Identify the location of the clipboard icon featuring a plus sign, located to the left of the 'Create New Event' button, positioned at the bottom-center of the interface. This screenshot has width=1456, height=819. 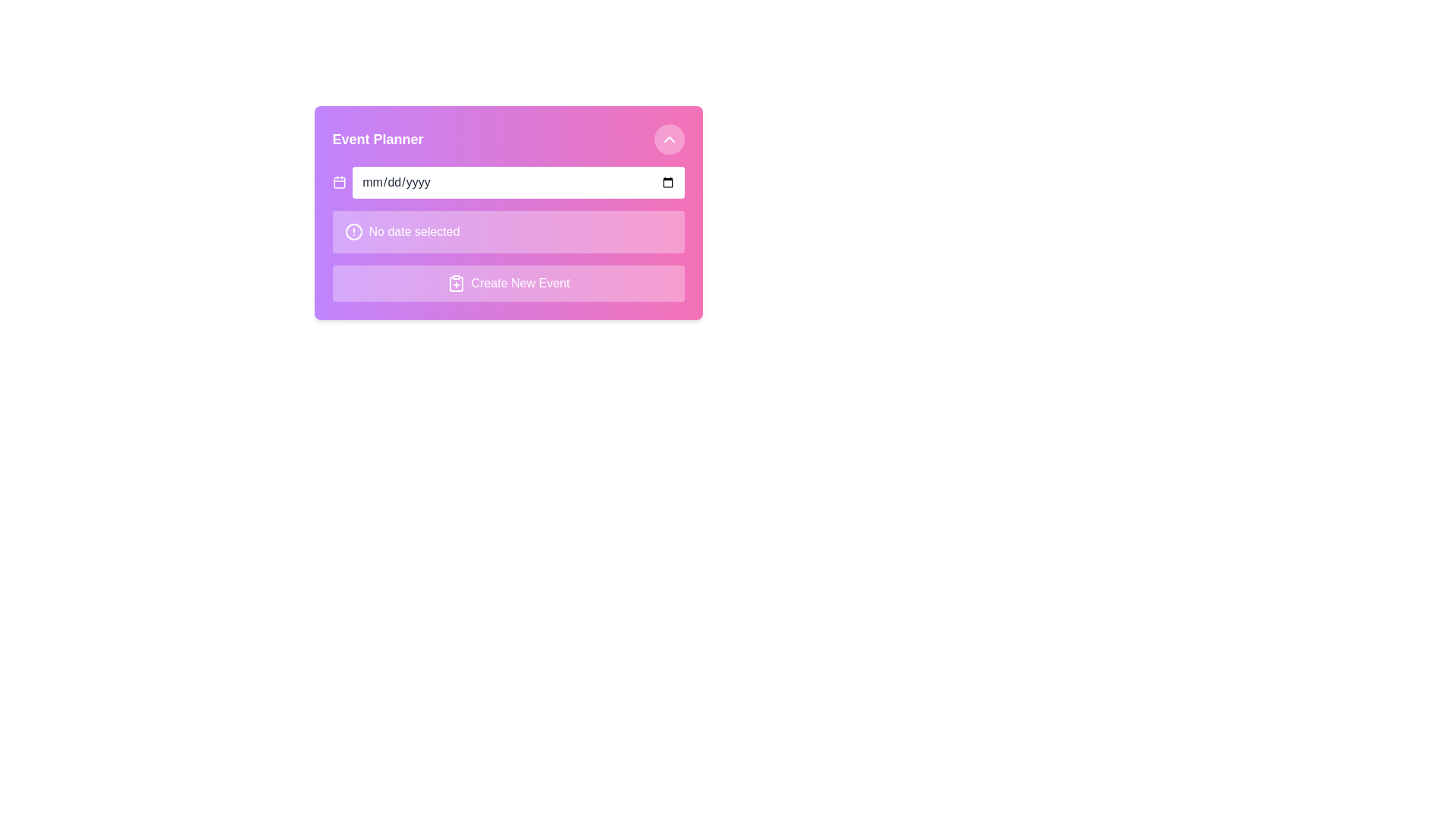
(455, 284).